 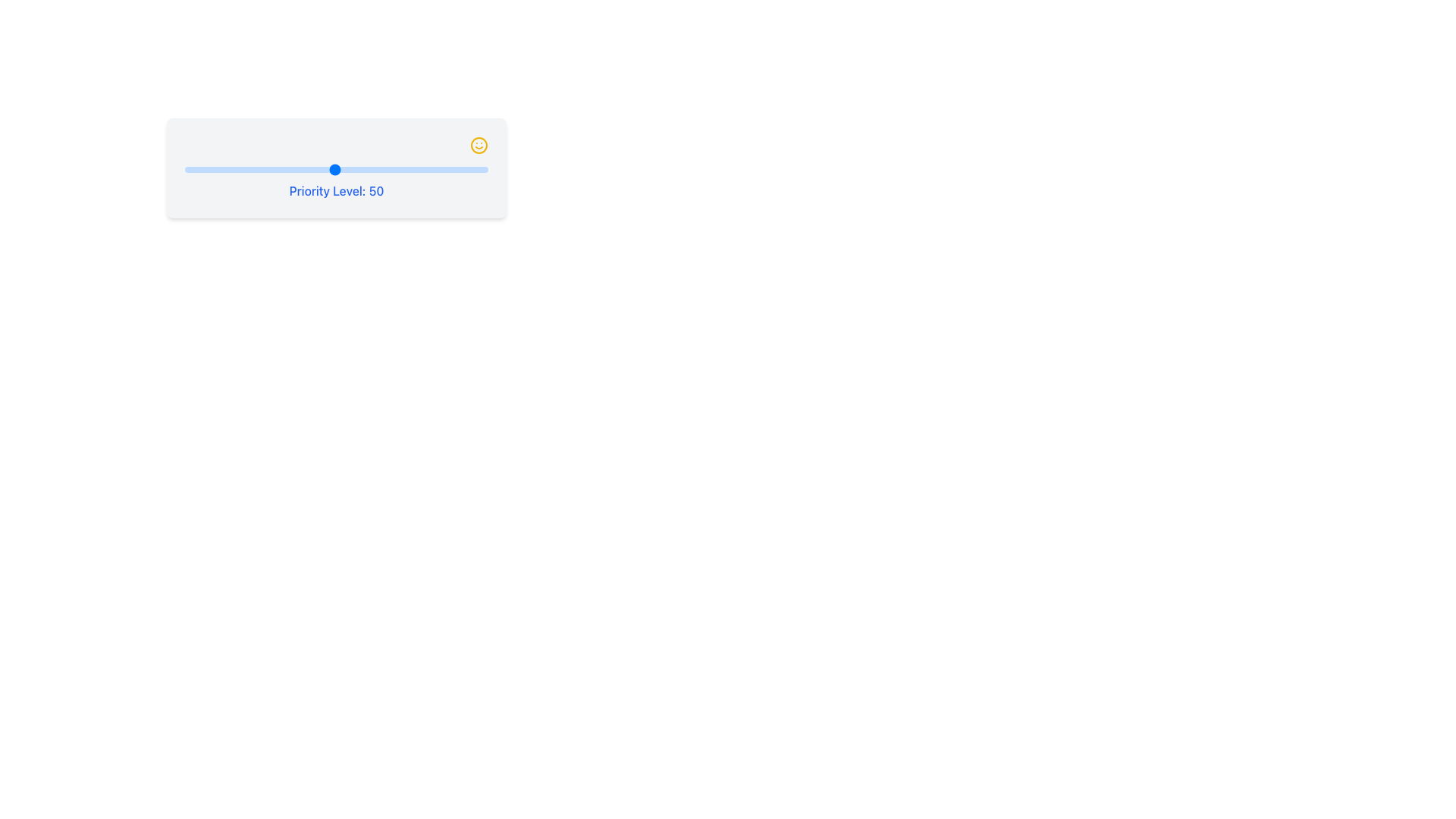 I want to click on the priority level, so click(x=309, y=169).